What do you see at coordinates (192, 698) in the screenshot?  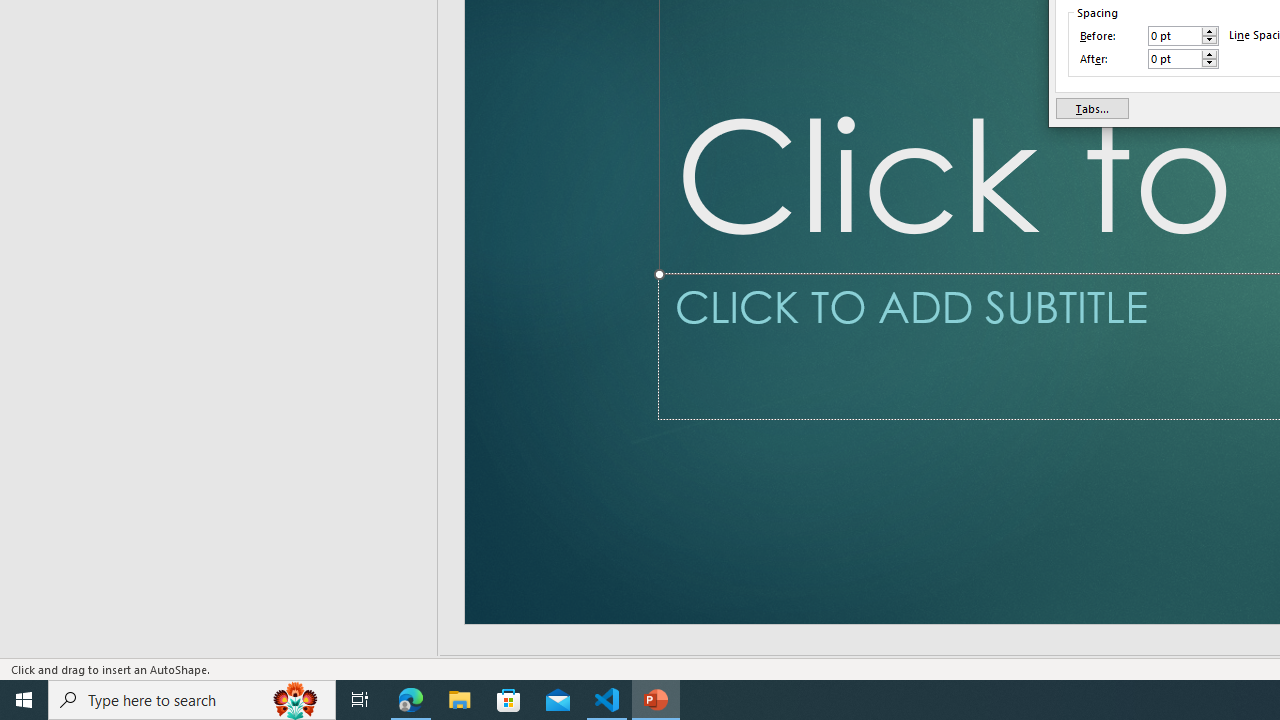 I see `'Type here to search'` at bounding box center [192, 698].